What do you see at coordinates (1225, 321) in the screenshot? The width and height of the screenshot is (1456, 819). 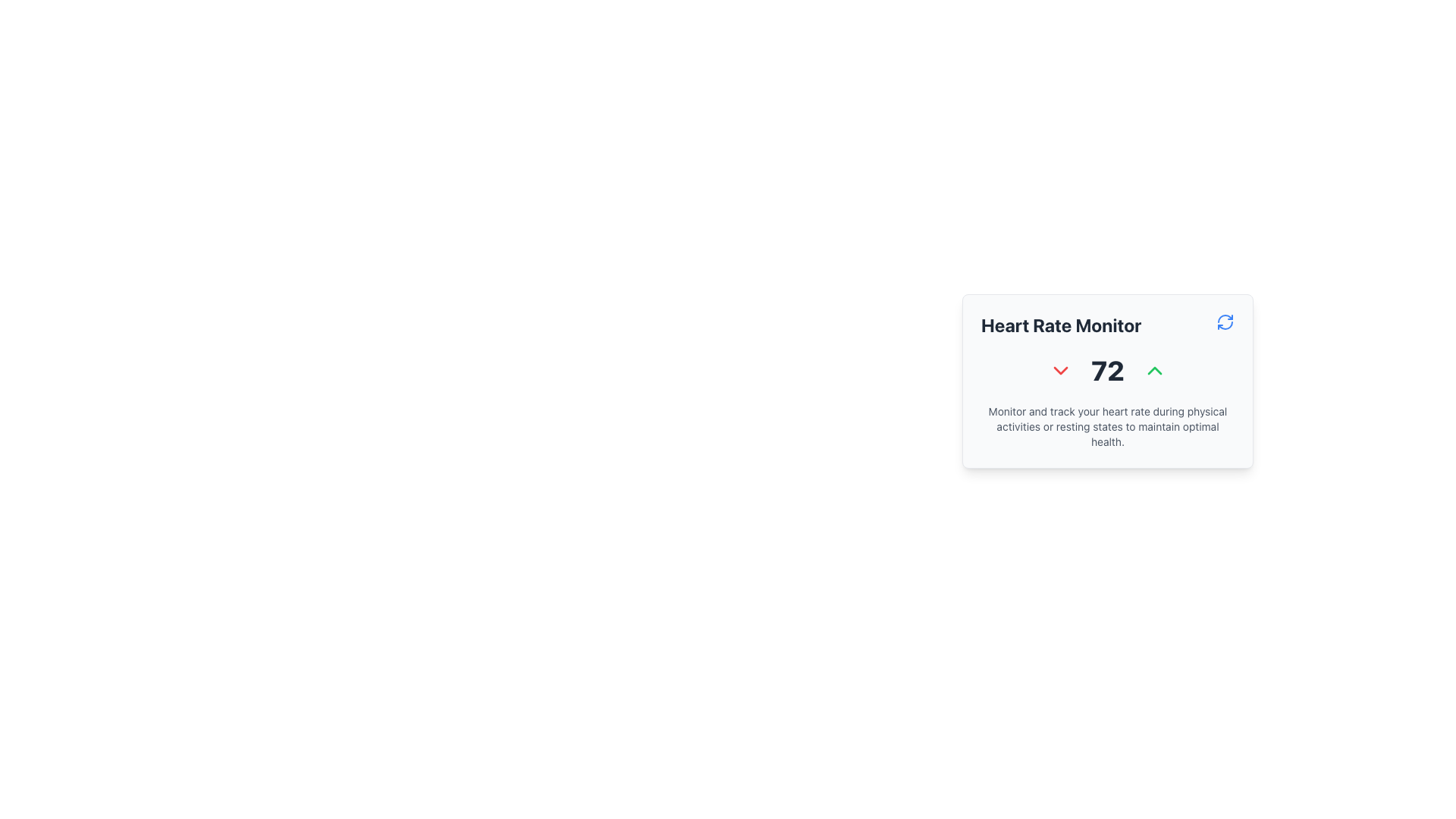 I see `the Interactive SVG Icon located in the top-right corner of the 'Heart Rate Monitor' section to refresh or reload heart rate data` at bounding box center [1225, 321].